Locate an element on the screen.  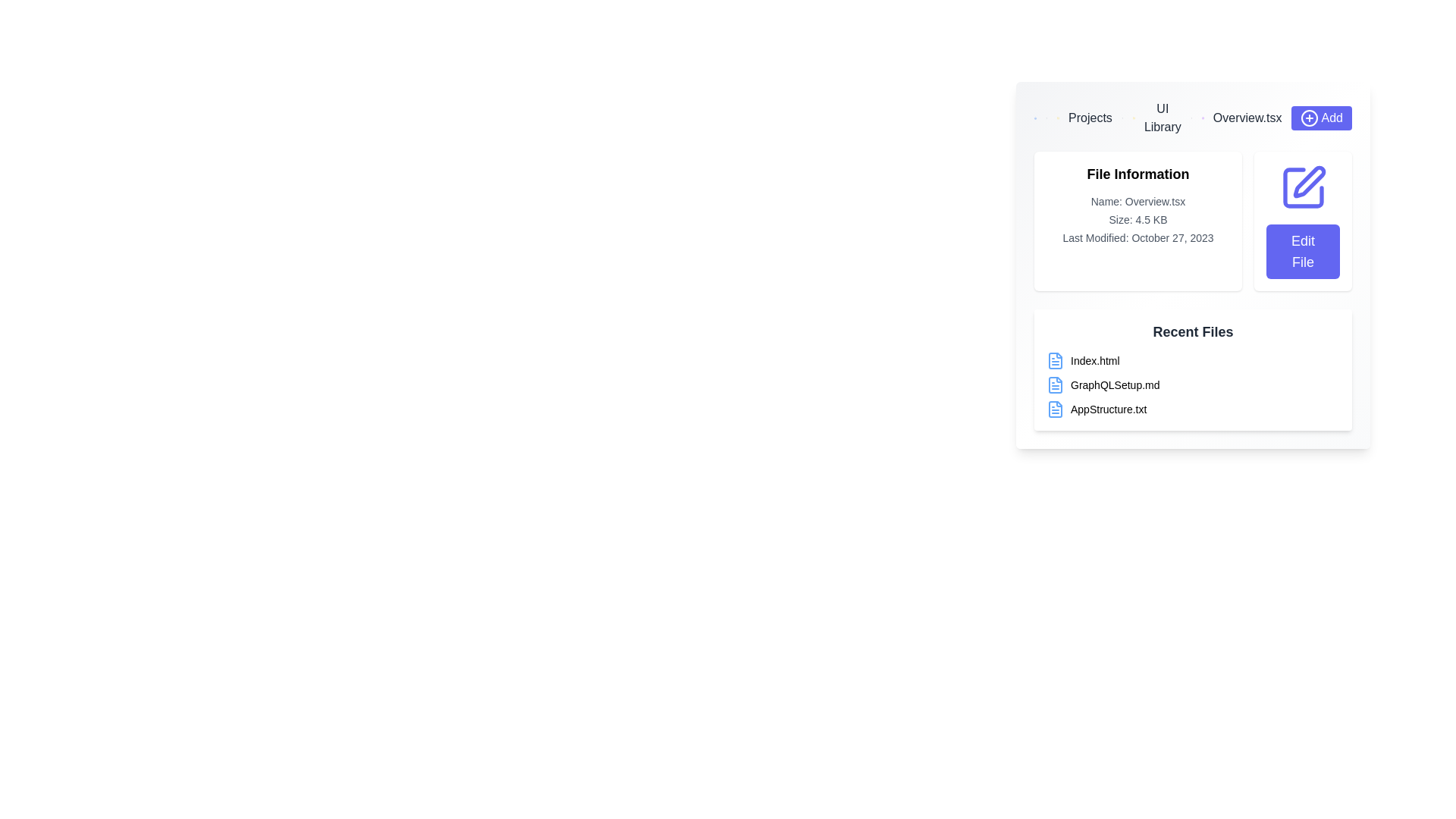
the 'Add' button located at the top-right corner of the interface, which has a blue-purple background and white text is located at coordinates (1320, 117).